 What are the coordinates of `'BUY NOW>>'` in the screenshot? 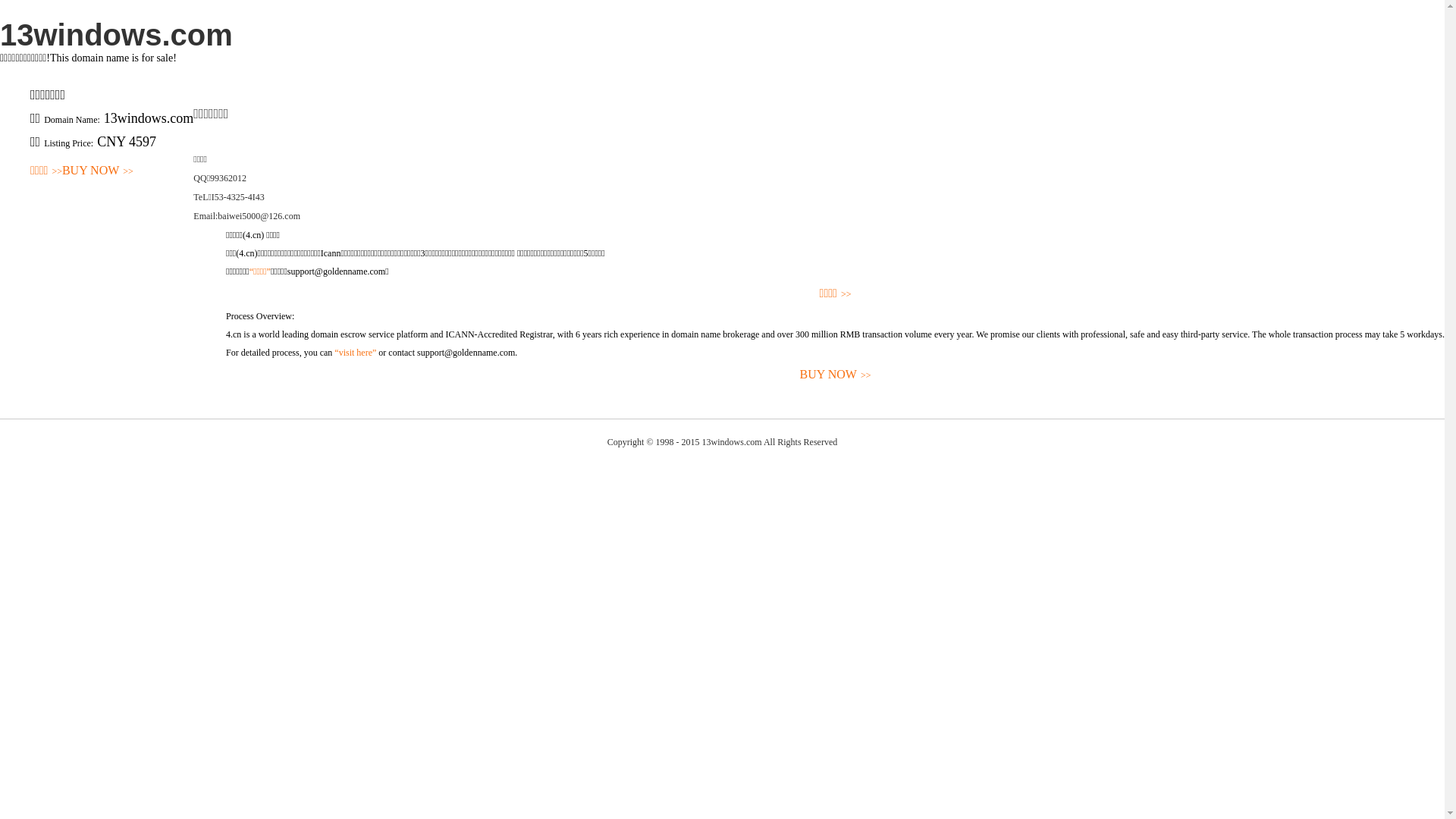 It's located at (834, 375).